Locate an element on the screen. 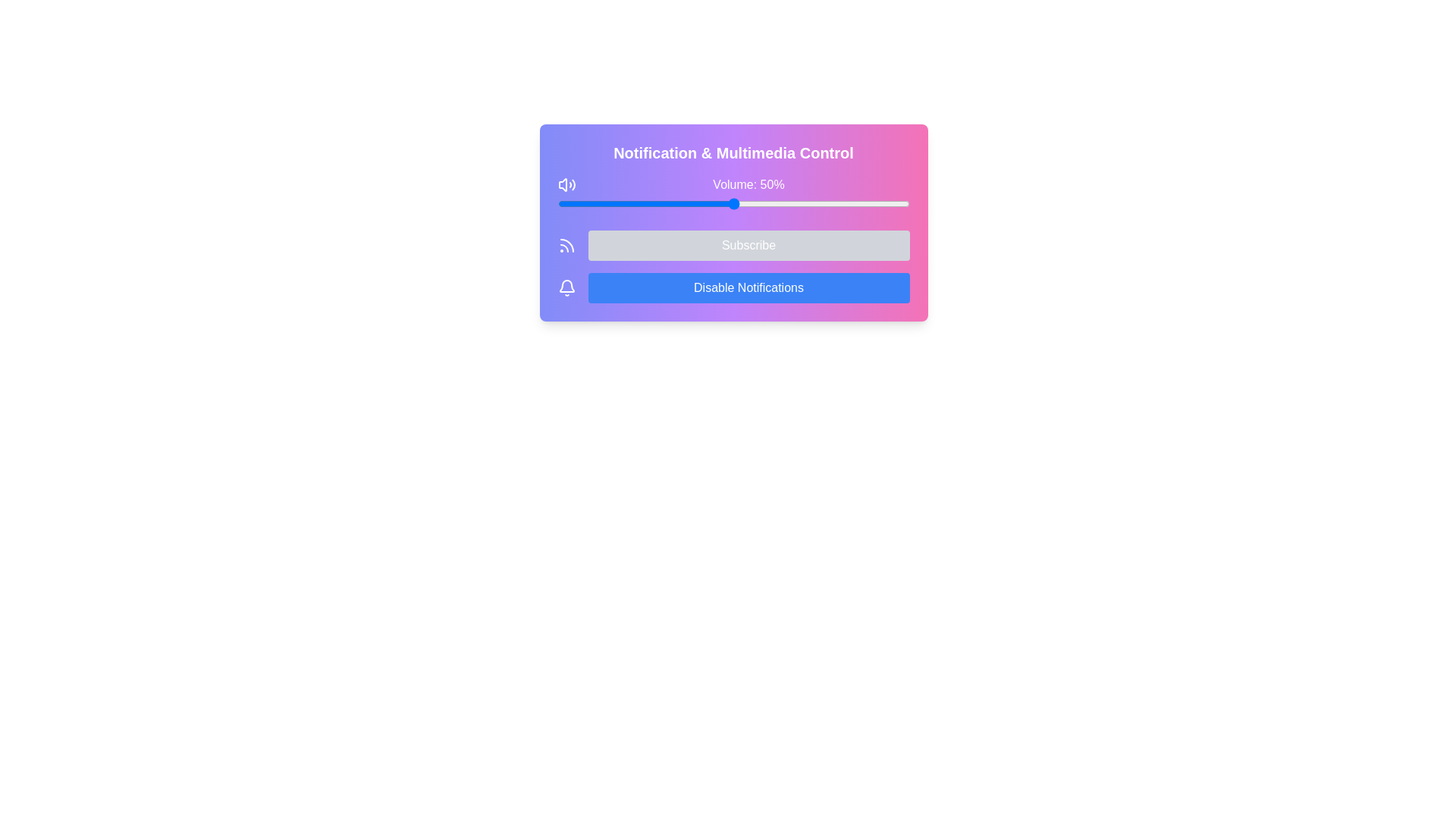 This screenshot has width=1456, height=819. the 'Subscribe' button, which is a rectangular button with a light gray background, rounded edges, and the text 'Subscribe' in white, located within a gradient-colored card layout is located at coordinates (733, 245).